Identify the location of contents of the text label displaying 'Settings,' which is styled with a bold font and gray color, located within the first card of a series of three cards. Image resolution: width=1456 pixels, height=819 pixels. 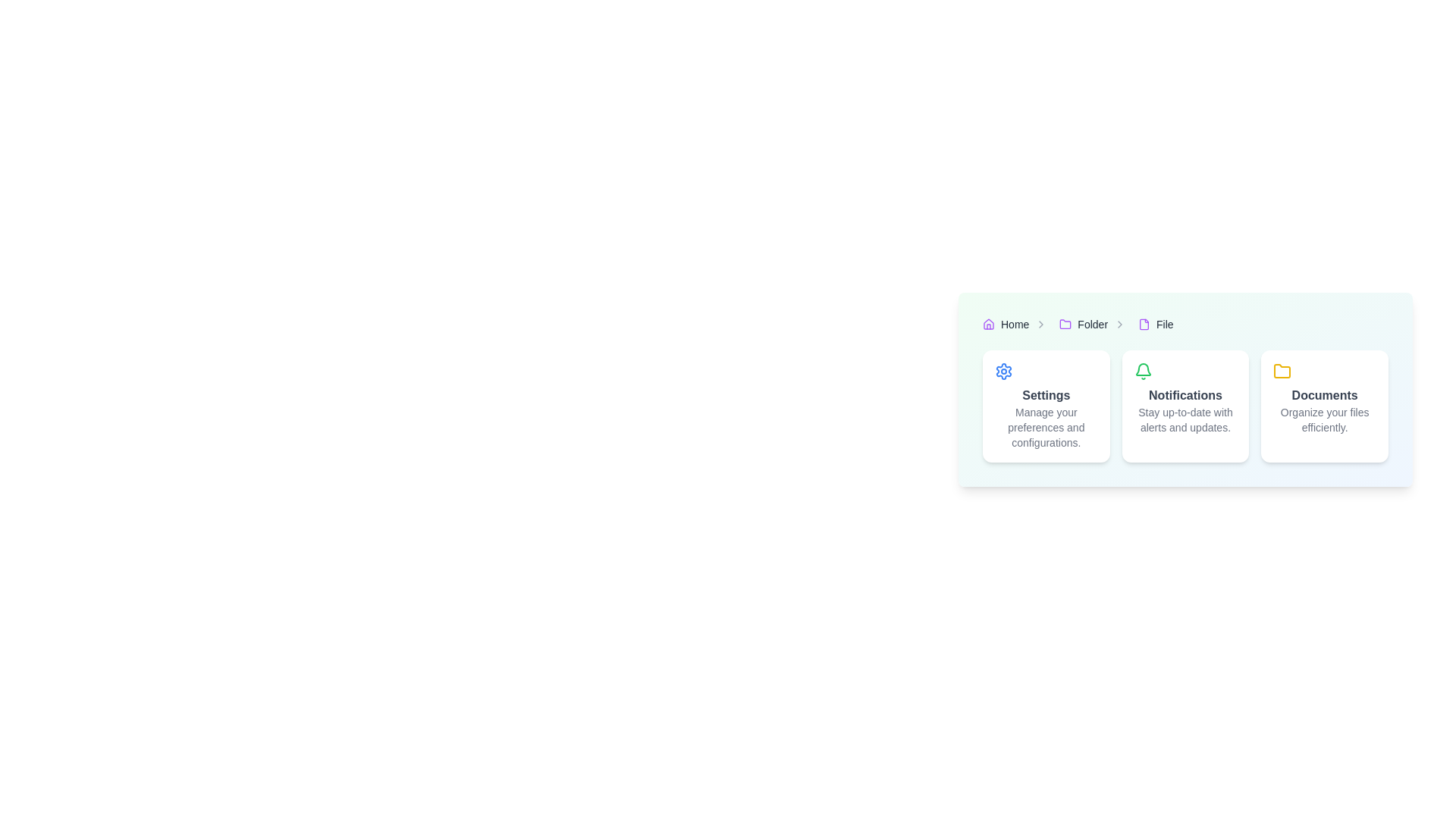
(1045, 394).